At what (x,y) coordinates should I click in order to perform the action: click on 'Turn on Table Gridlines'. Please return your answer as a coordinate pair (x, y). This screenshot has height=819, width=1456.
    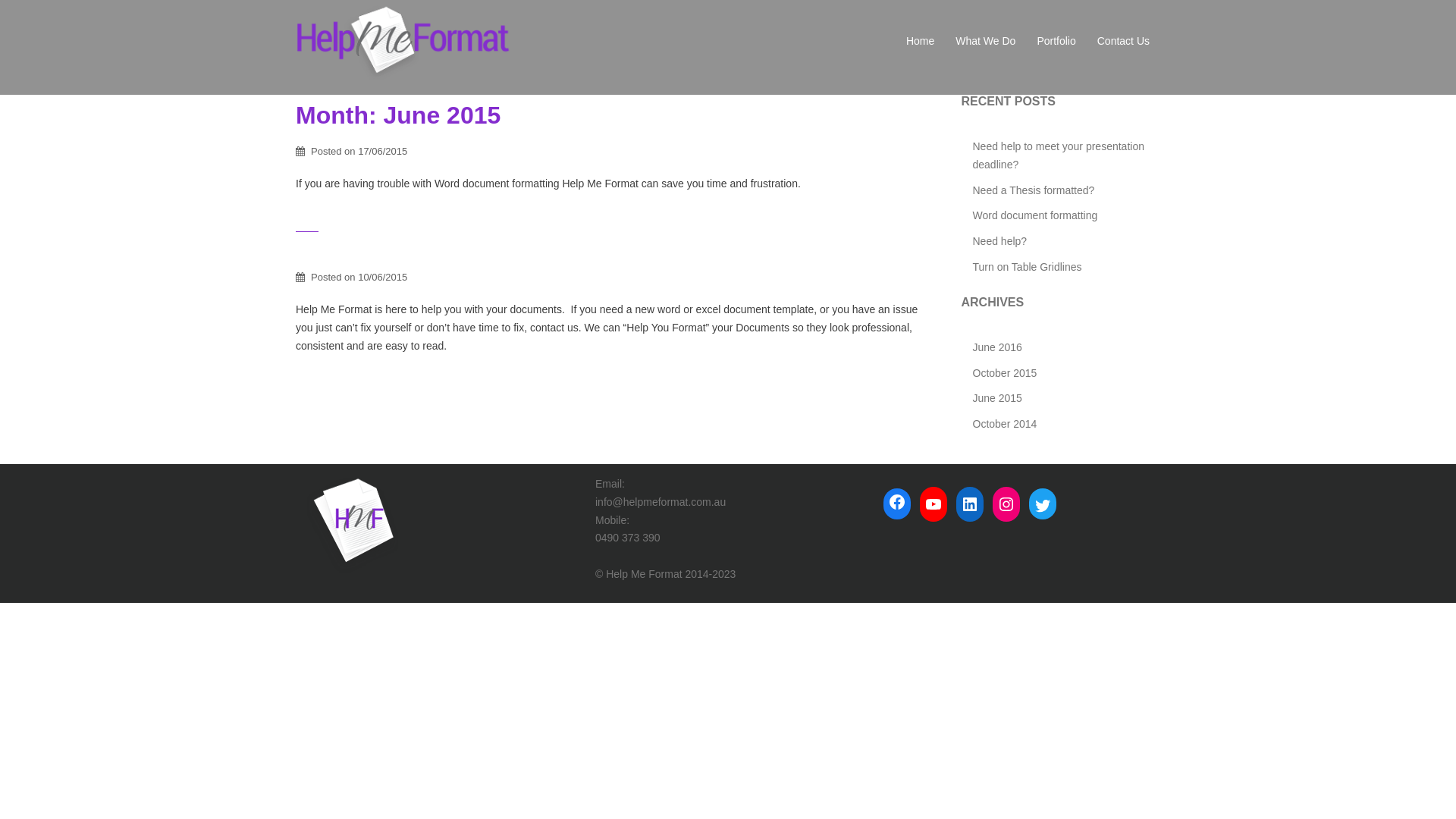
    Looking at the image, I should click on (1026, 265).